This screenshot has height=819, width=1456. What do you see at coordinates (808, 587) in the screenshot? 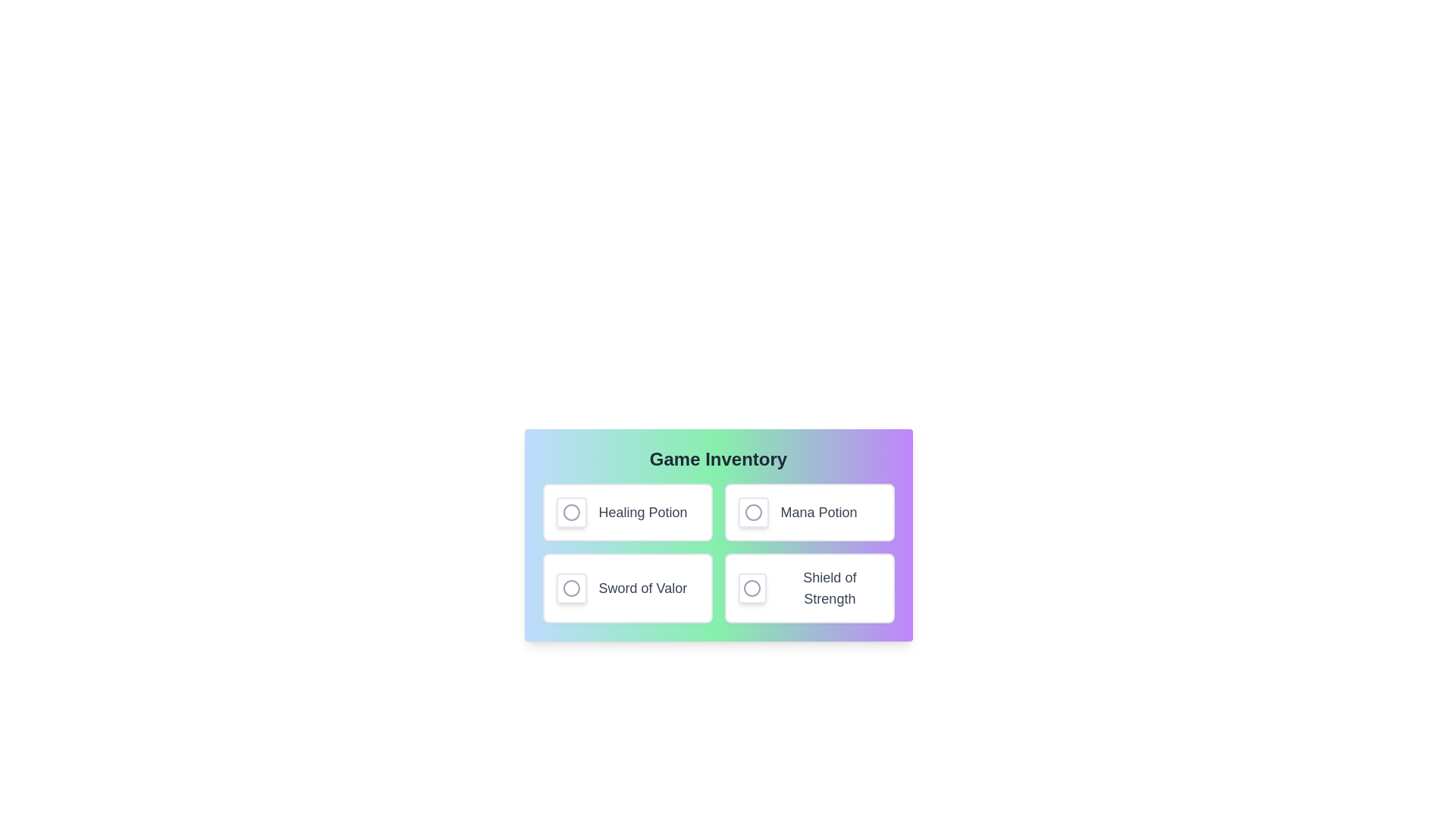
I see `the item Shield of Strength to observe hover effects` at bounding box center [808, 587].